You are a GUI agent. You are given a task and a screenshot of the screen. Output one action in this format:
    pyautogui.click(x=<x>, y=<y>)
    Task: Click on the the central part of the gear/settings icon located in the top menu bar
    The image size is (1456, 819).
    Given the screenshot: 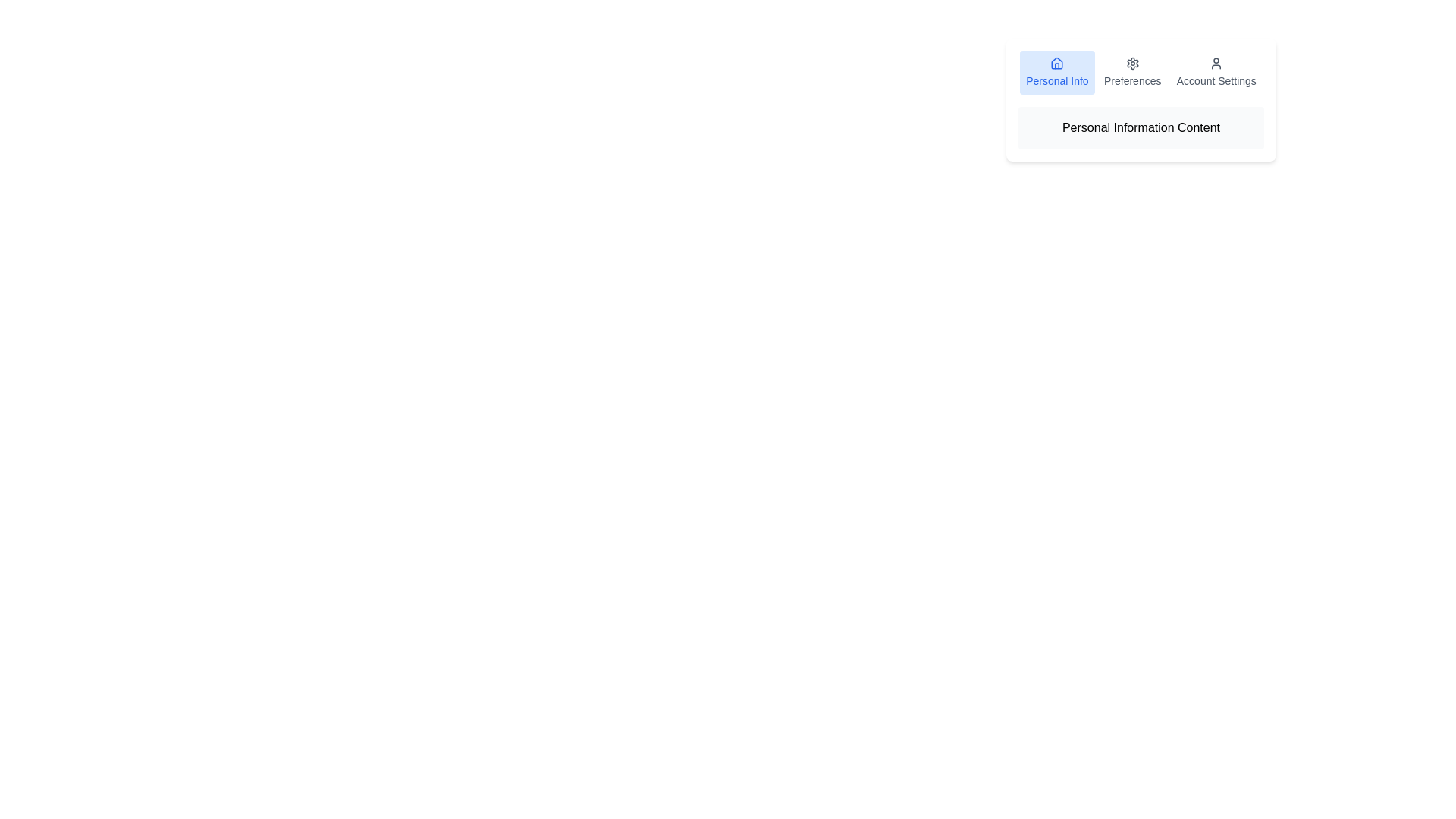 What is the action you would take?
    pyautogui.click(x=1132, y=63)
    